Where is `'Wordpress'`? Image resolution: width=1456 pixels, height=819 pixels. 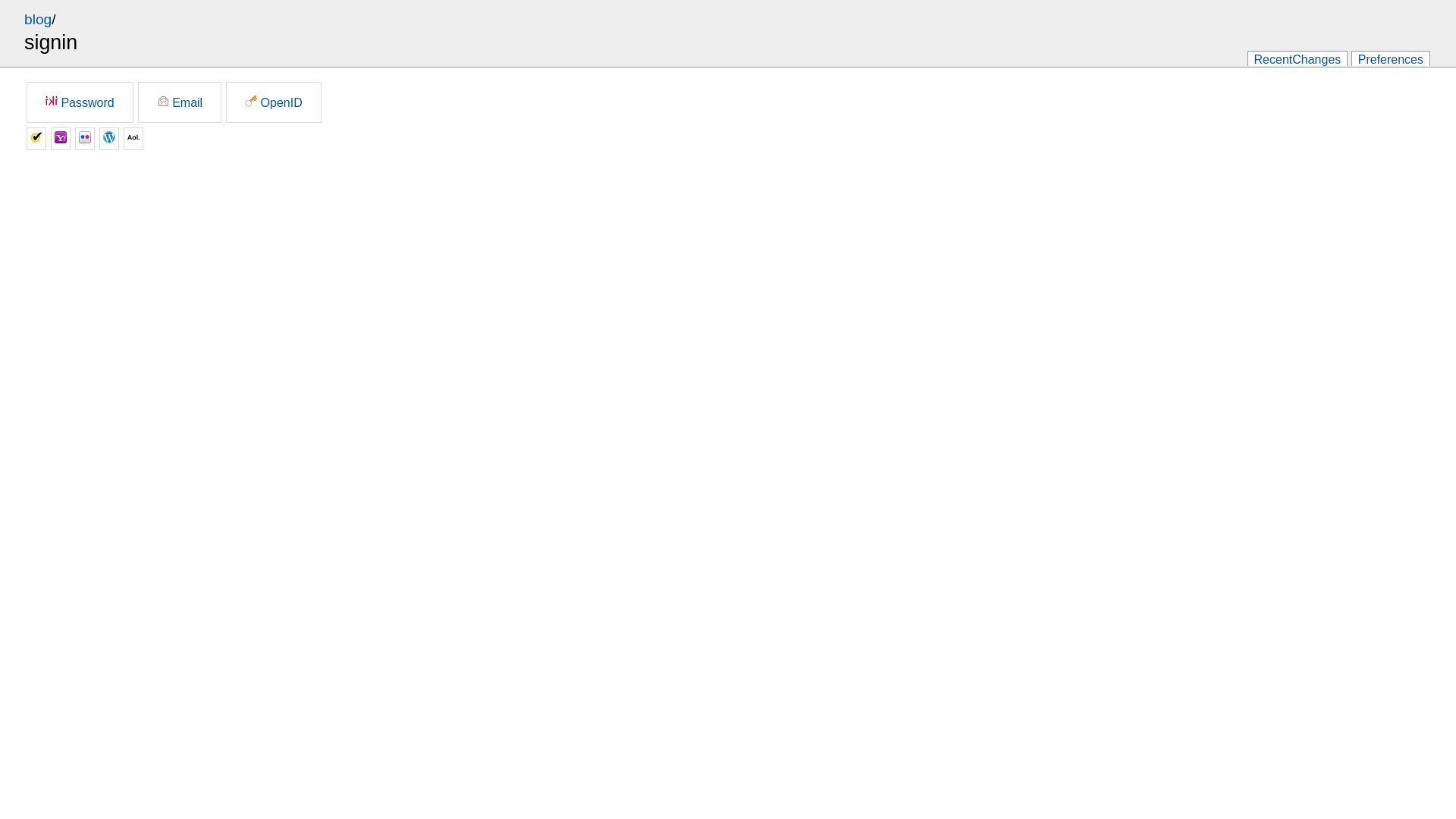 'Wordpress' is located at coordinates (108, 138).